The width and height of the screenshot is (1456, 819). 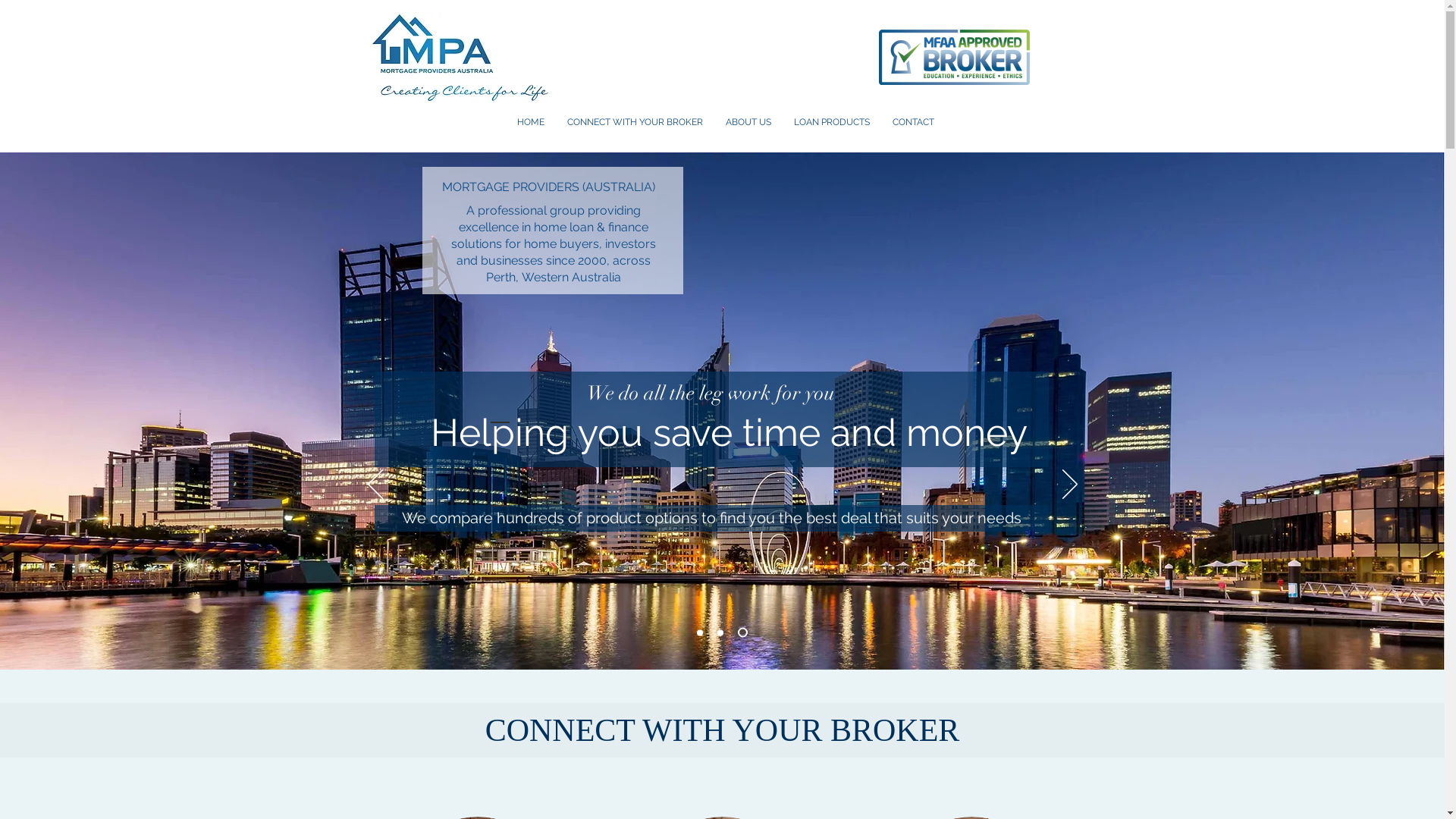 What do you see at coordinates (458, 57) in the screenshot?
I see `'MPA_Chad Logo from Caris - 2013 07 03.jpg'` at bounding box center [458, 57].